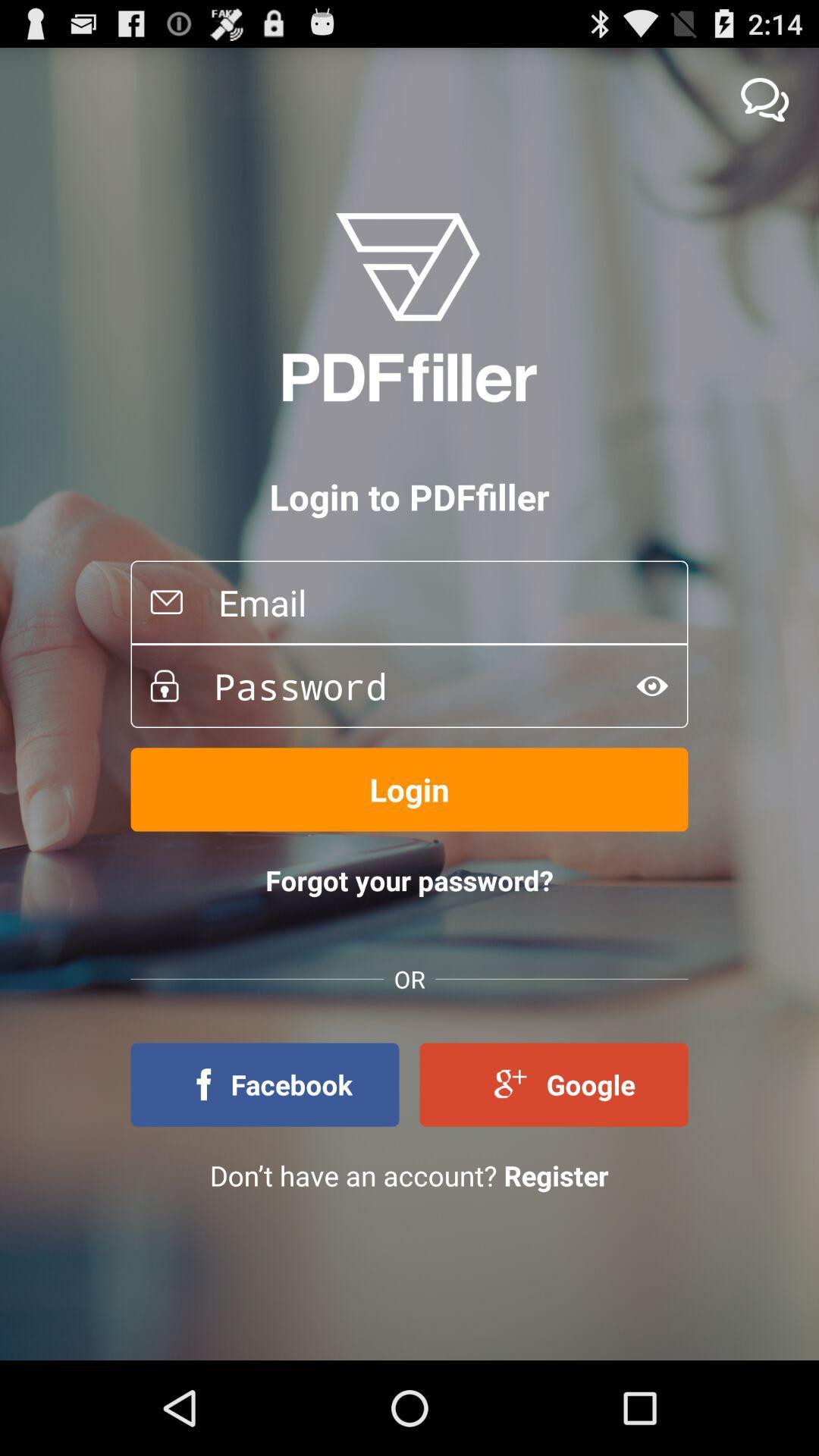  What do you see at coordinates (651, 685) in the screenshot?
I see `text` at bounding box center [651, 685].